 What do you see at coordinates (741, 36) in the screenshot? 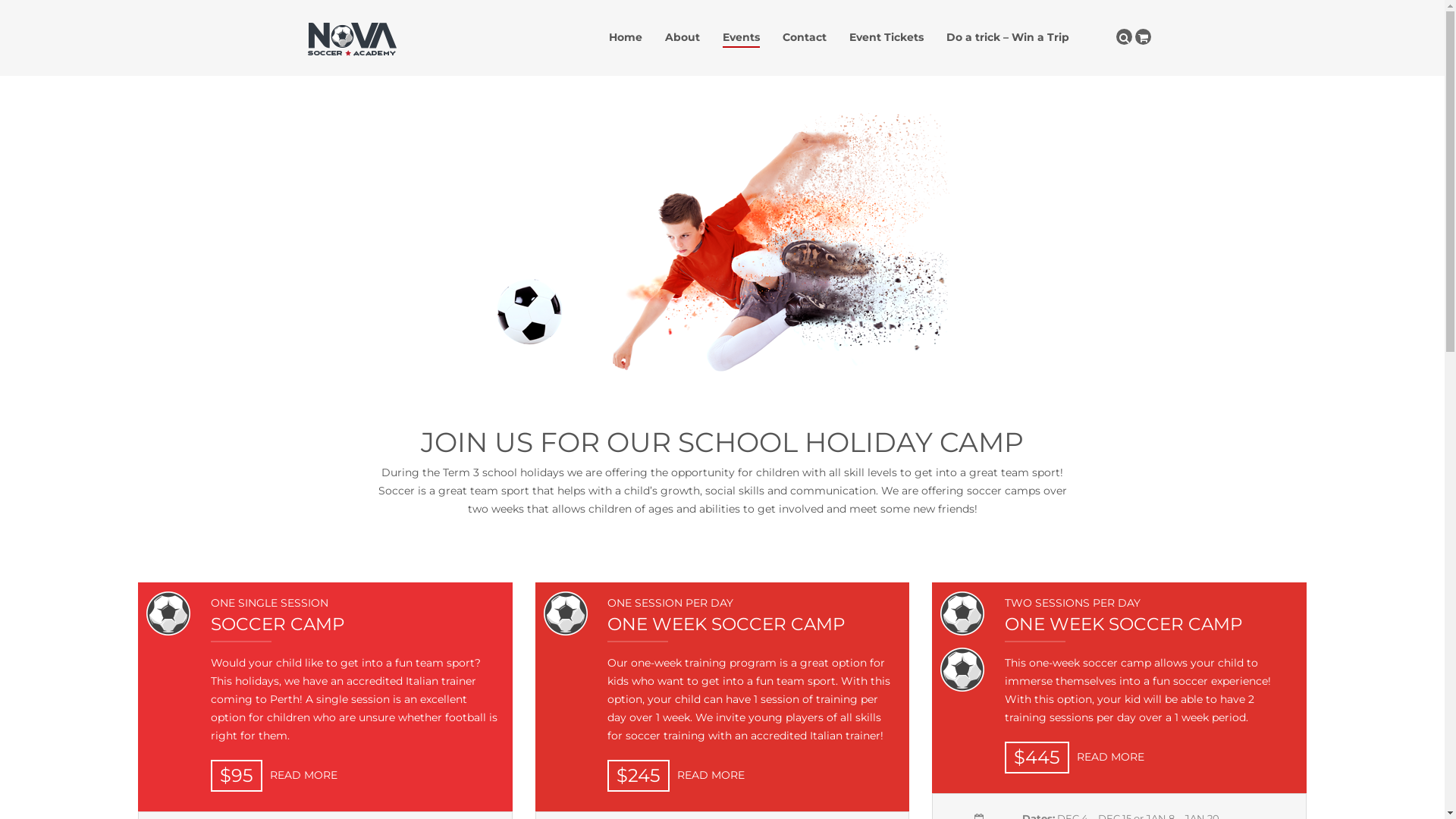
I see `'Events'` at bounding box center [741, 36].